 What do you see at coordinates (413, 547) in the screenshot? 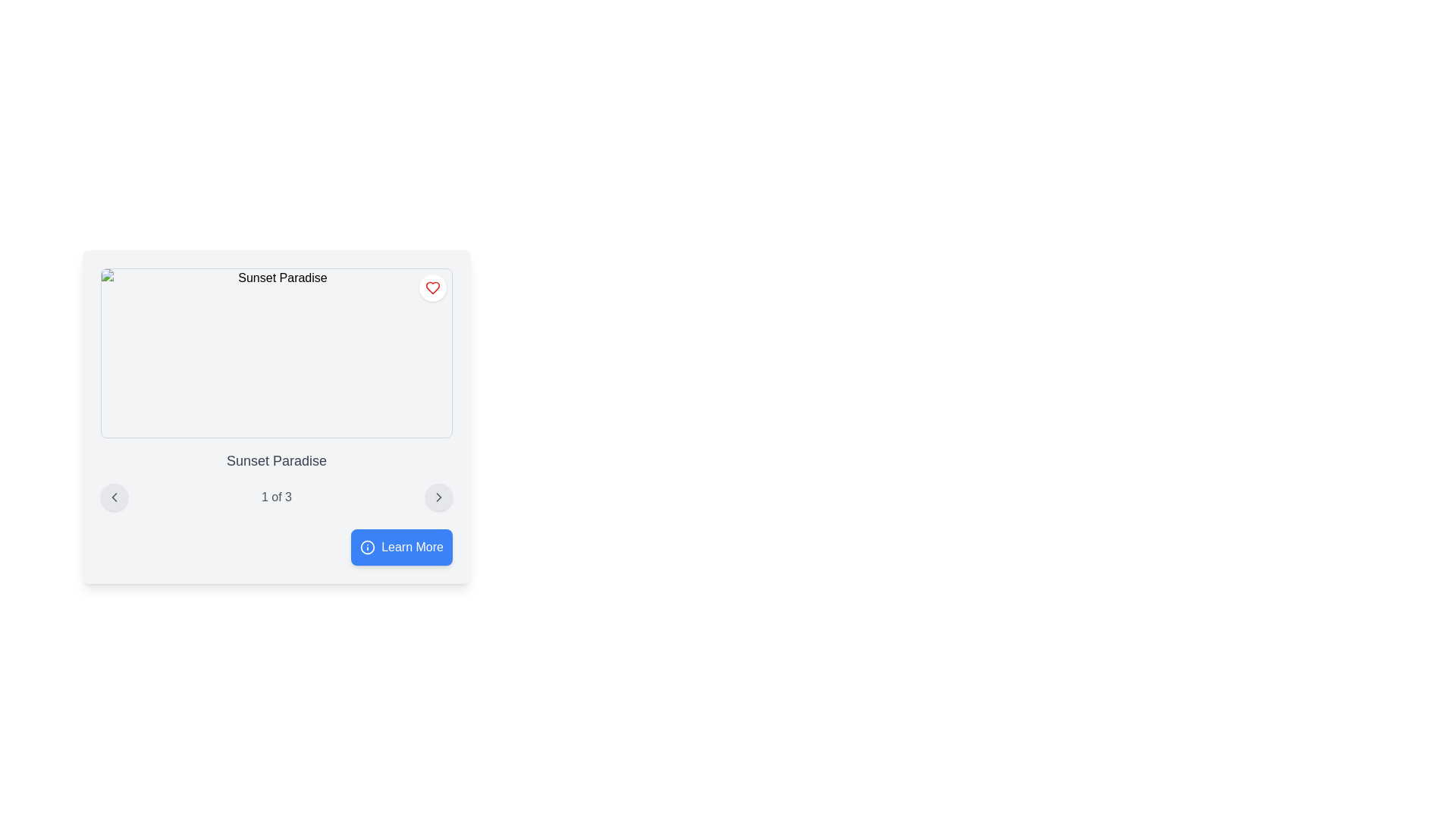
I see `the text label within the button located at the bottom-right corner of the central card` at bounding box center [413, 547].